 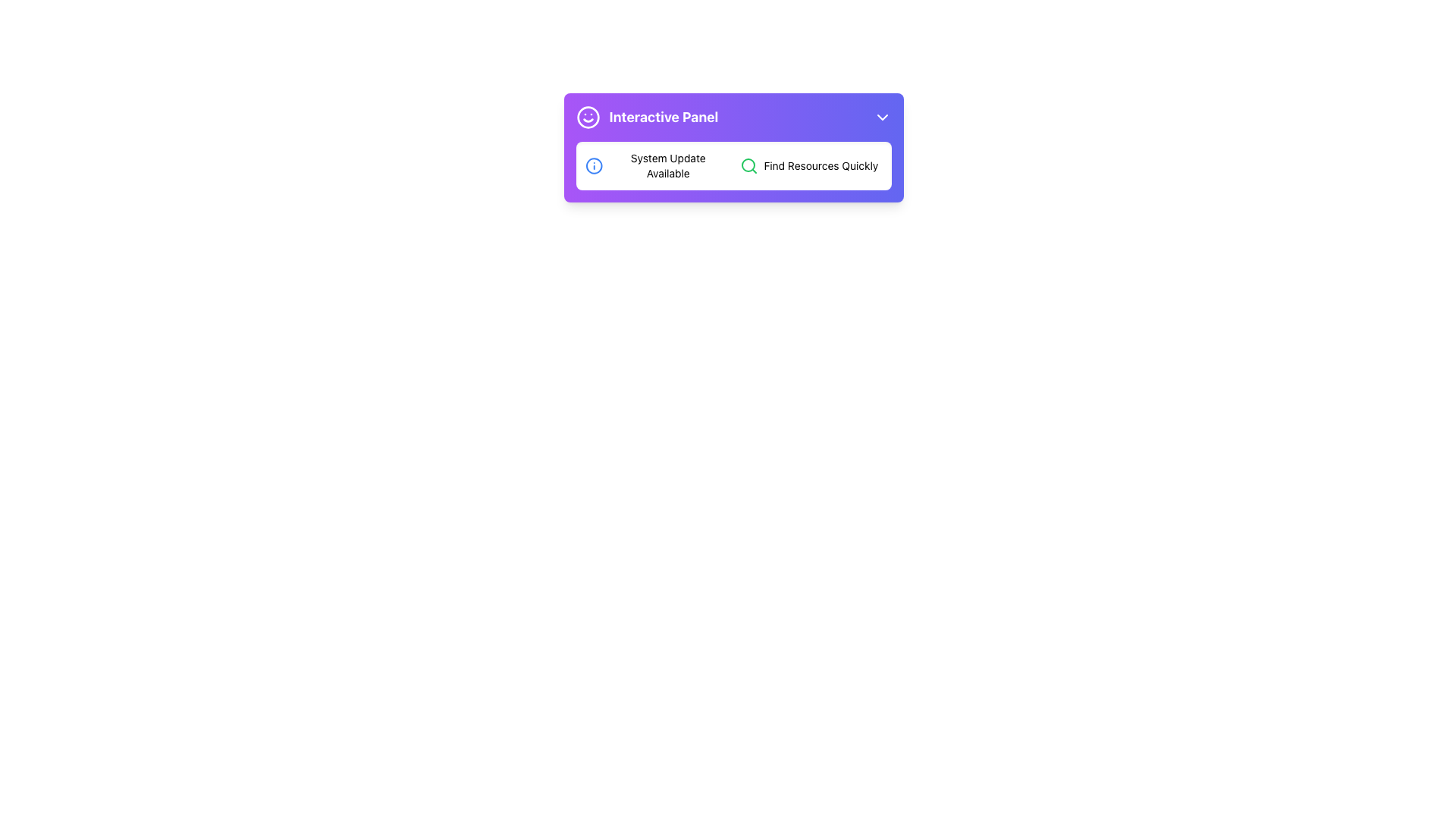 I want to click on the circular element with a blue border and white fill that is part of the SVG icon located at the top-left corner of the interactive panel, adjacent to the panel's heading text, so click(x=593, y=166).